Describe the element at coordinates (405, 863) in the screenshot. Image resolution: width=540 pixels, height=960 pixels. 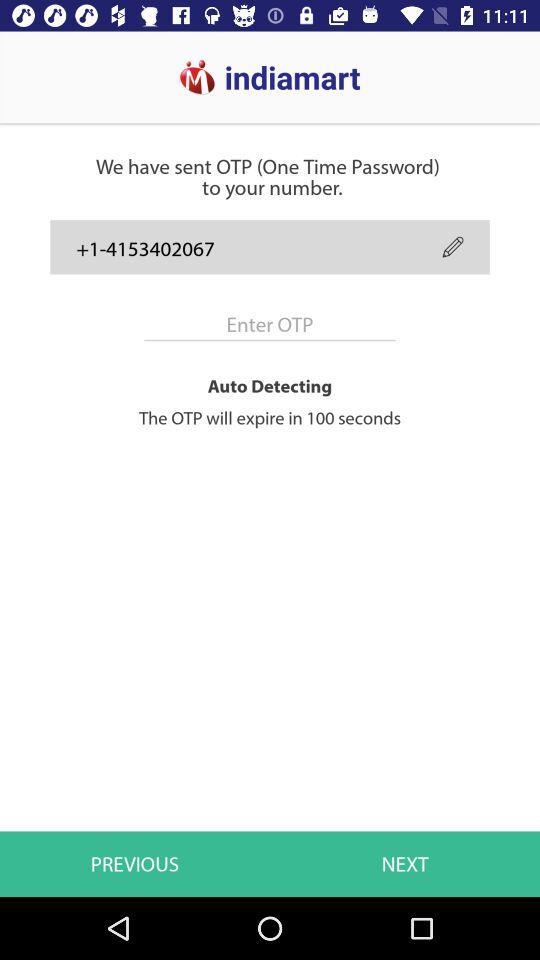
I see `the icon below the the otp will item` at that location.